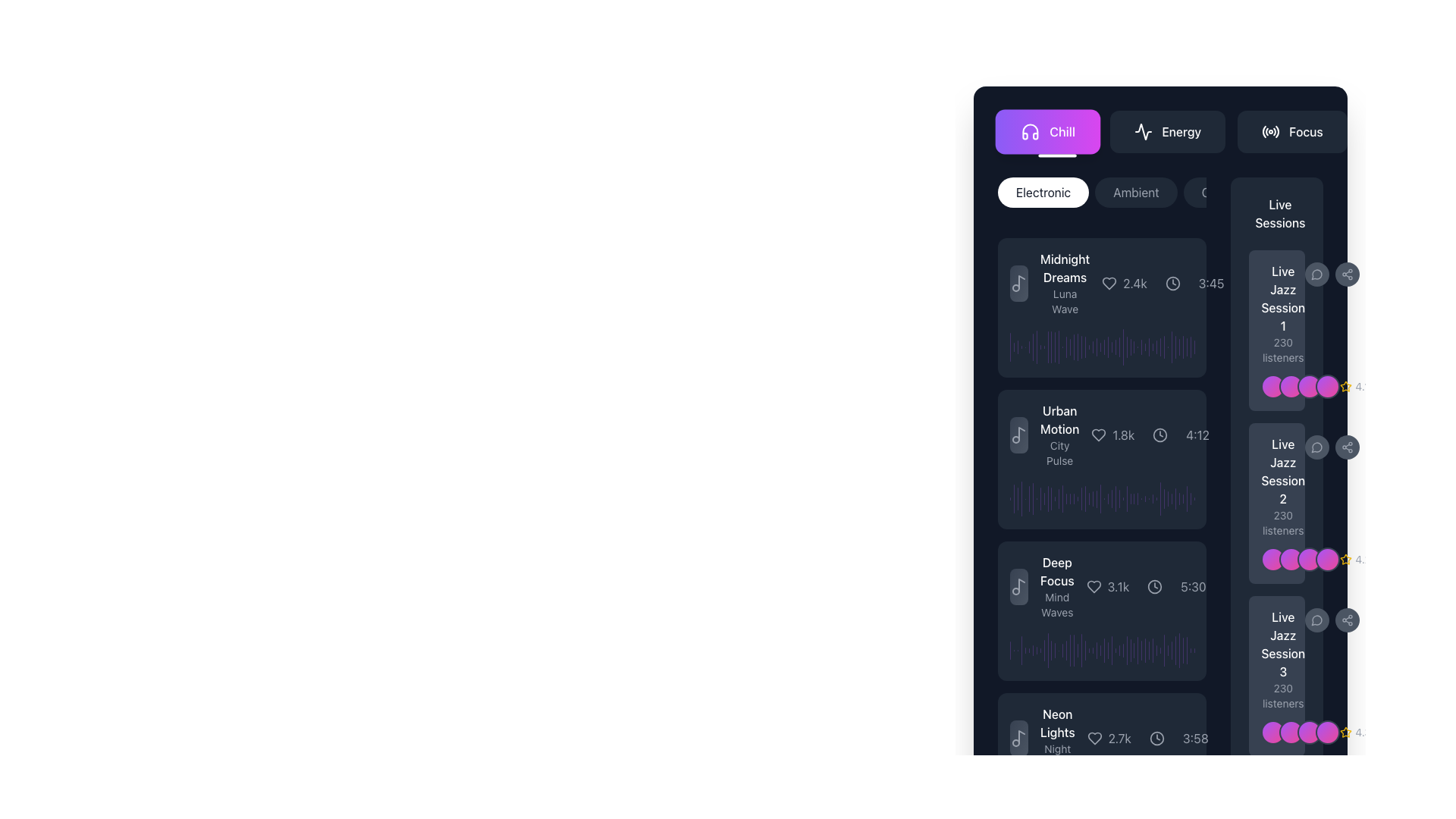  I want to click on the graphical visualization bar, a thin vertical bar with rounded ends, styled in purple with partial transparency, located to the right of the 'Deep Focus' section, so click(1145, 649).